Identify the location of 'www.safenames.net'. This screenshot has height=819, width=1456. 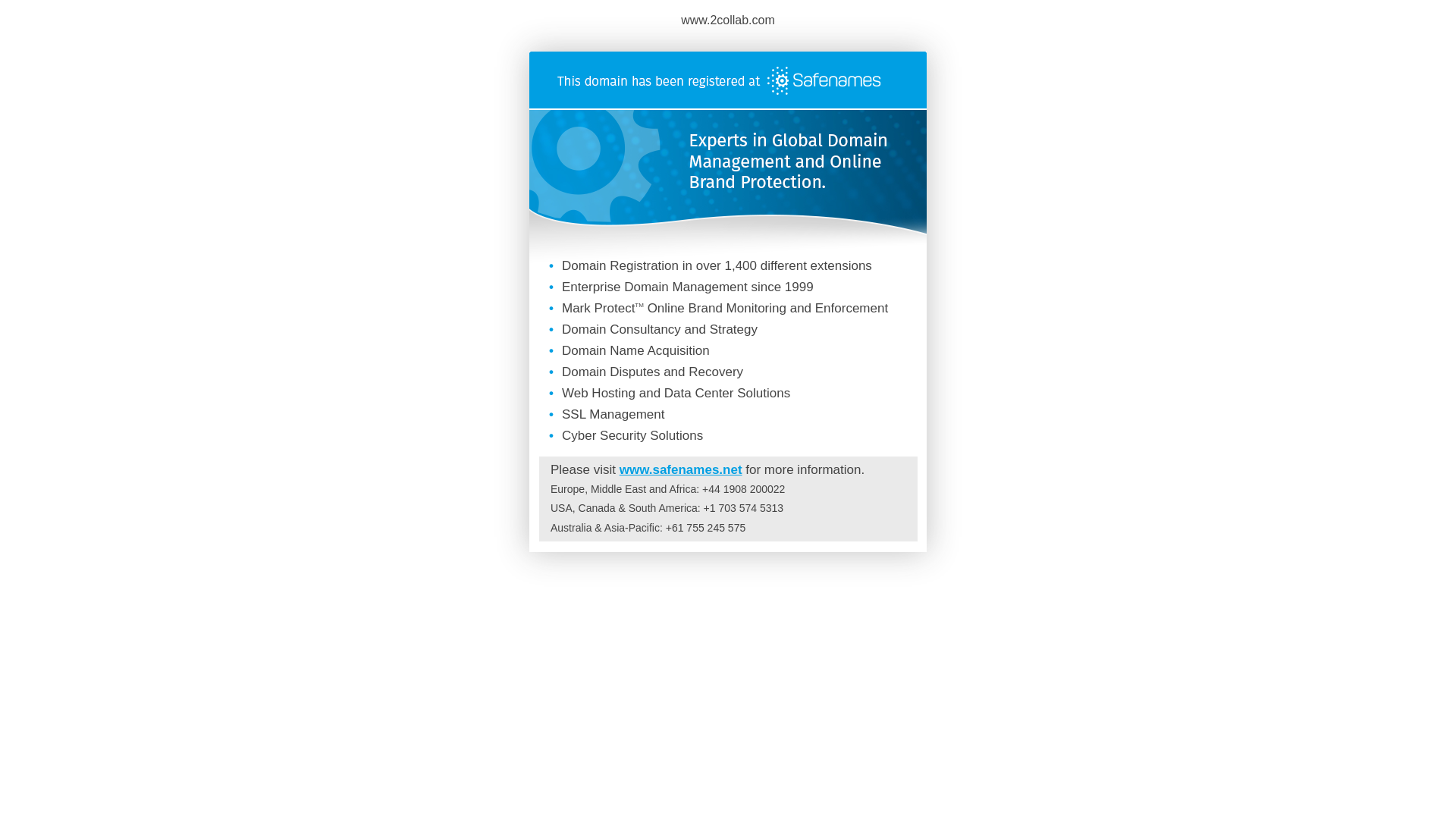
(679, 469).